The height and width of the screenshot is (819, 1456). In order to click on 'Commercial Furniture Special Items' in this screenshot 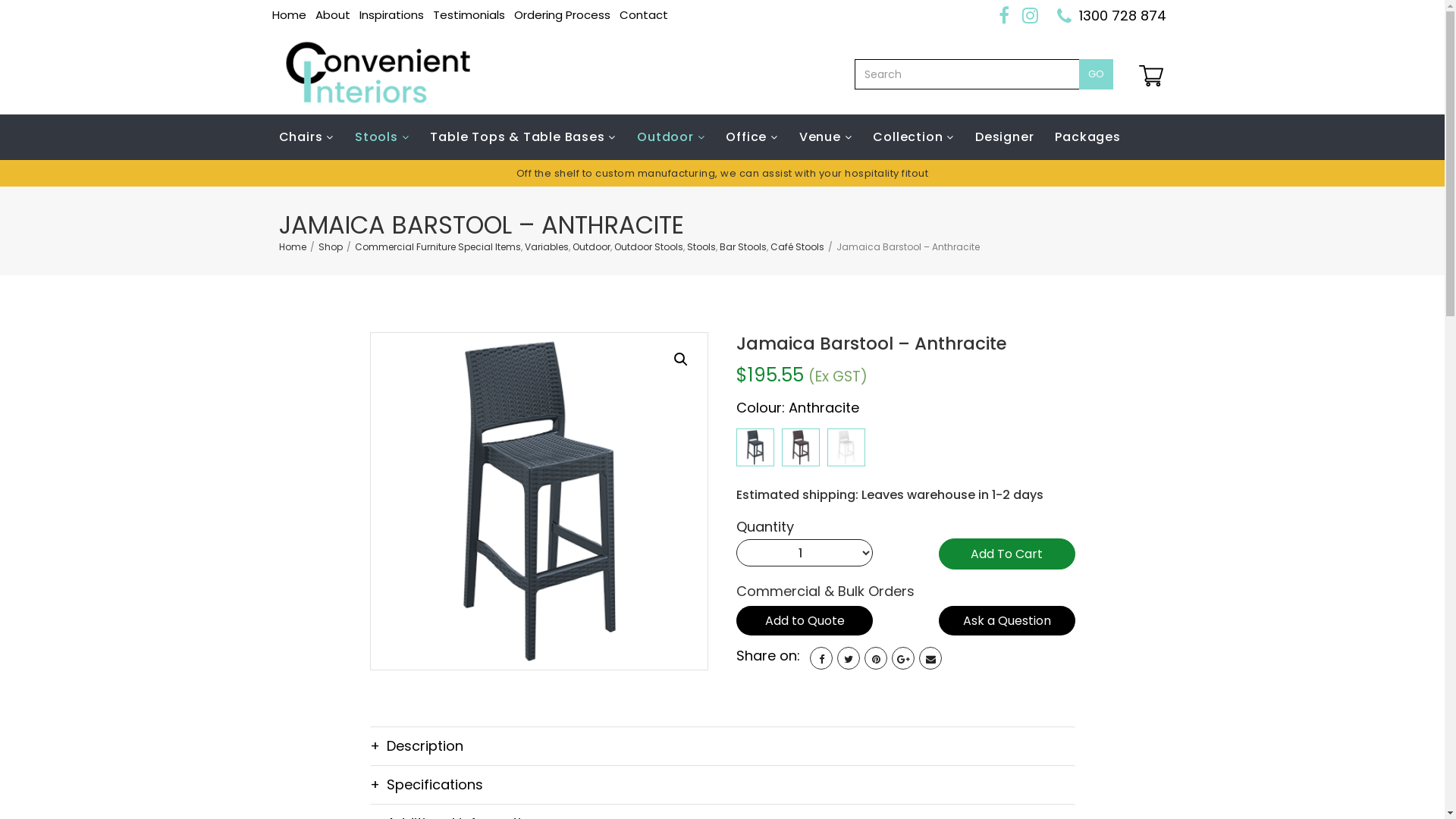, I will do `click(437, 246)`.